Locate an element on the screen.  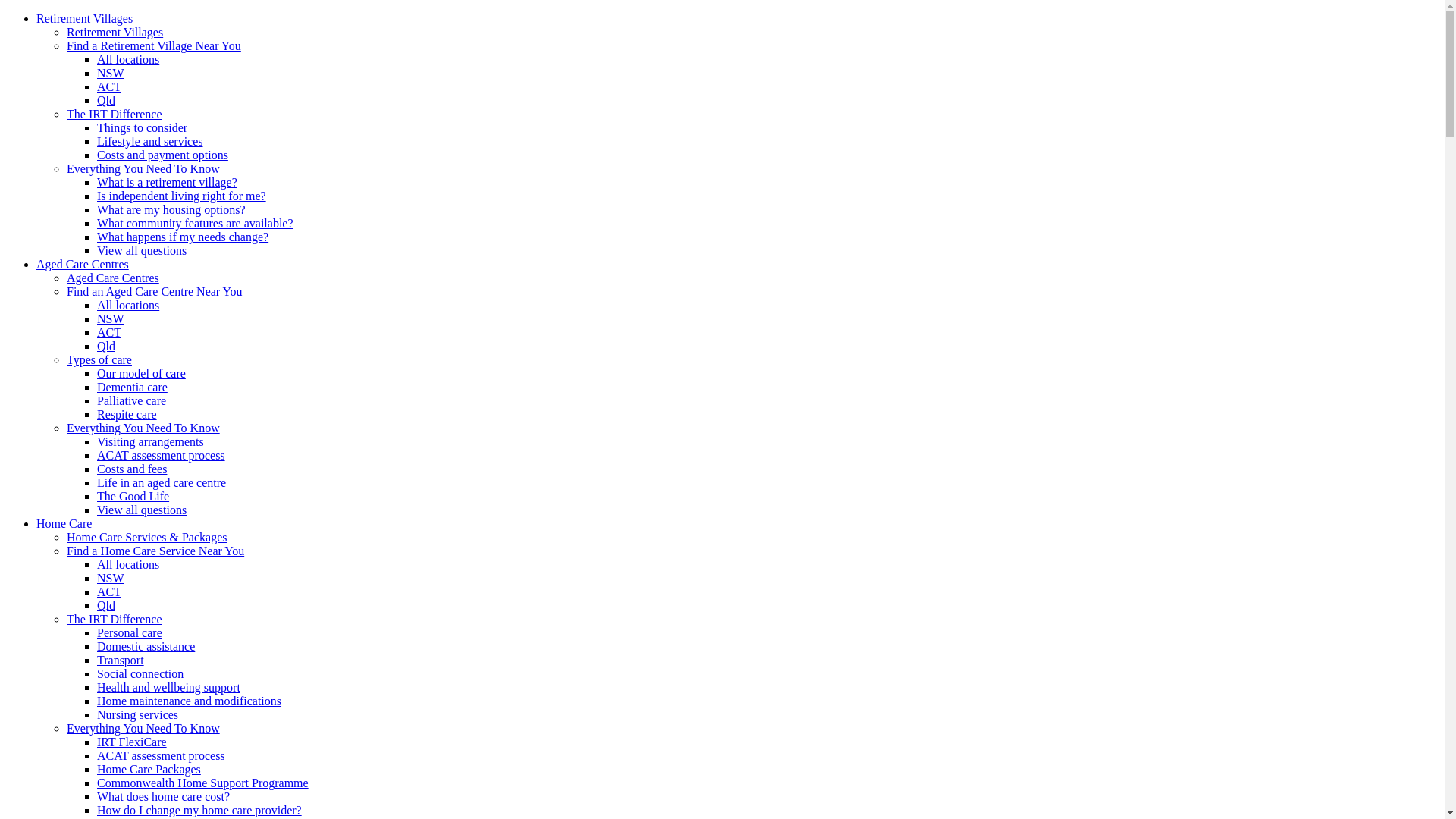
'Commonwealth Home Support Programme' is located at coordinates (202, 783).